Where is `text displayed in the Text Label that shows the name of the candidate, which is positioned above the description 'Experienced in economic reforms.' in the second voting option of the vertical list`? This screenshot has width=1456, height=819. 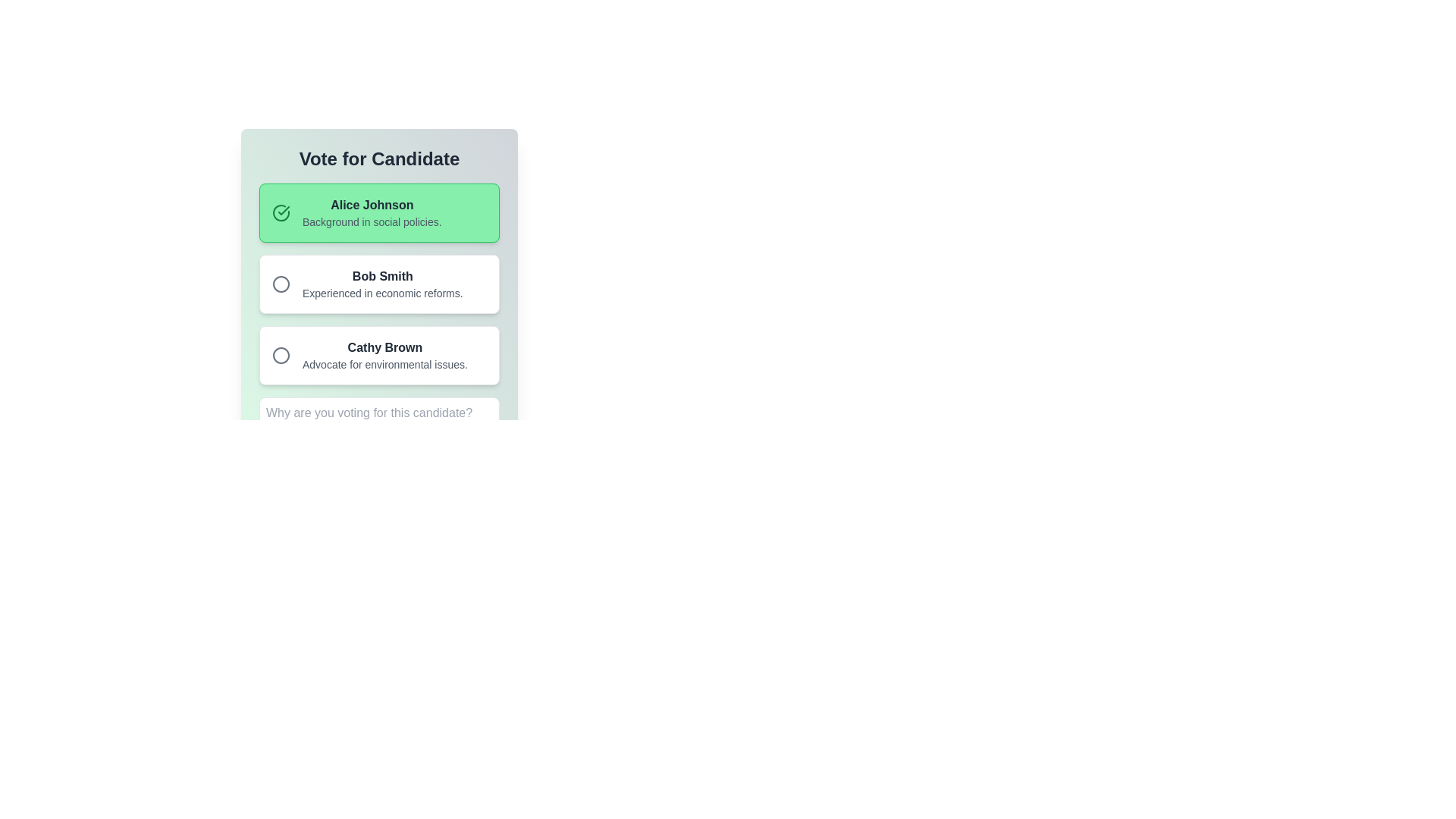
text displayed in the Text Label that shows the name of the candidate, which is positioned above the description 'Experienced in economic reforms.' in the second voting option of the vertical list is located at coordinates (382, 277).